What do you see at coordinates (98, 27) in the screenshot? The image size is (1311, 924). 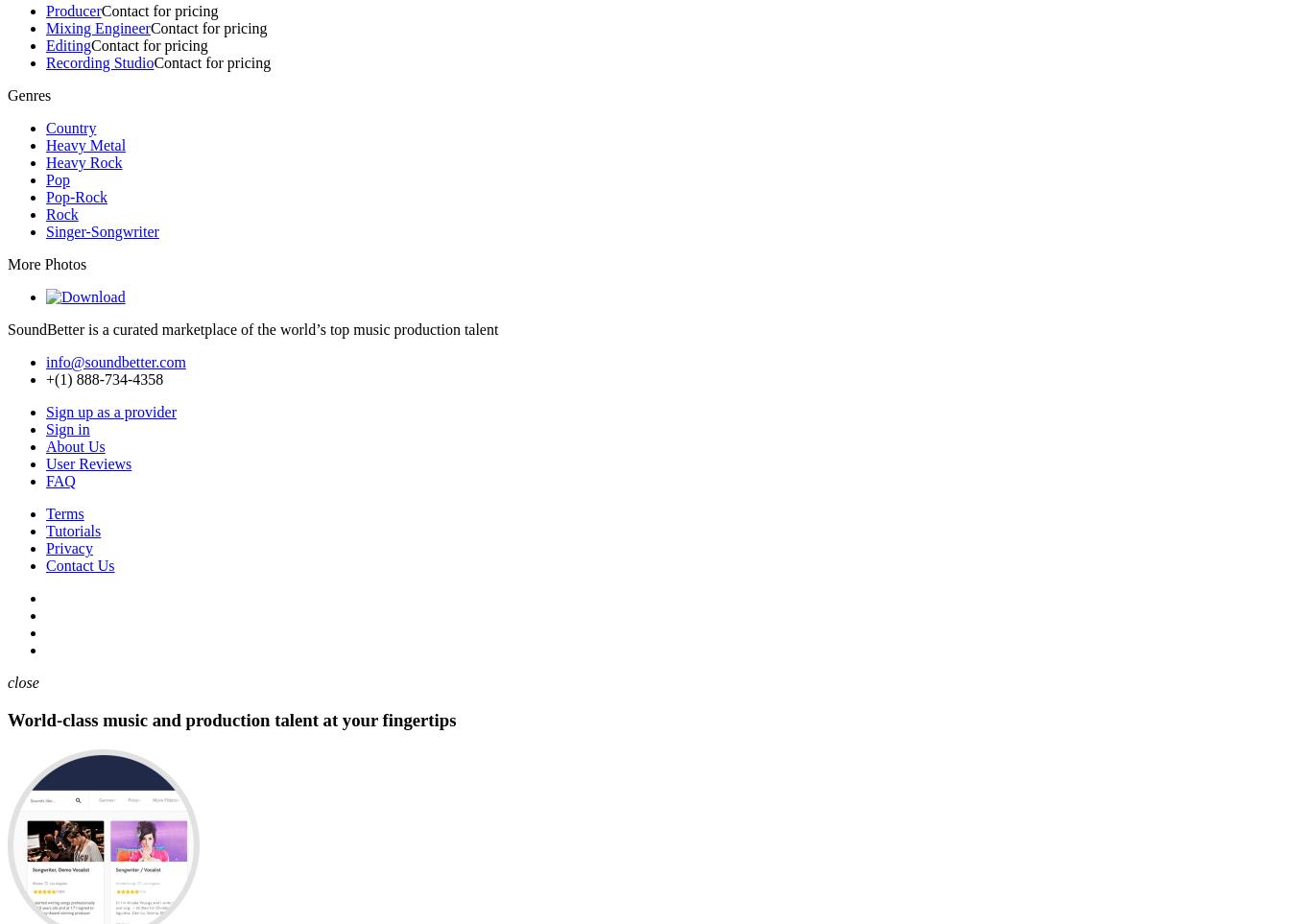 I see `'Mixing Engineer'` at bounding box center [98, 27].